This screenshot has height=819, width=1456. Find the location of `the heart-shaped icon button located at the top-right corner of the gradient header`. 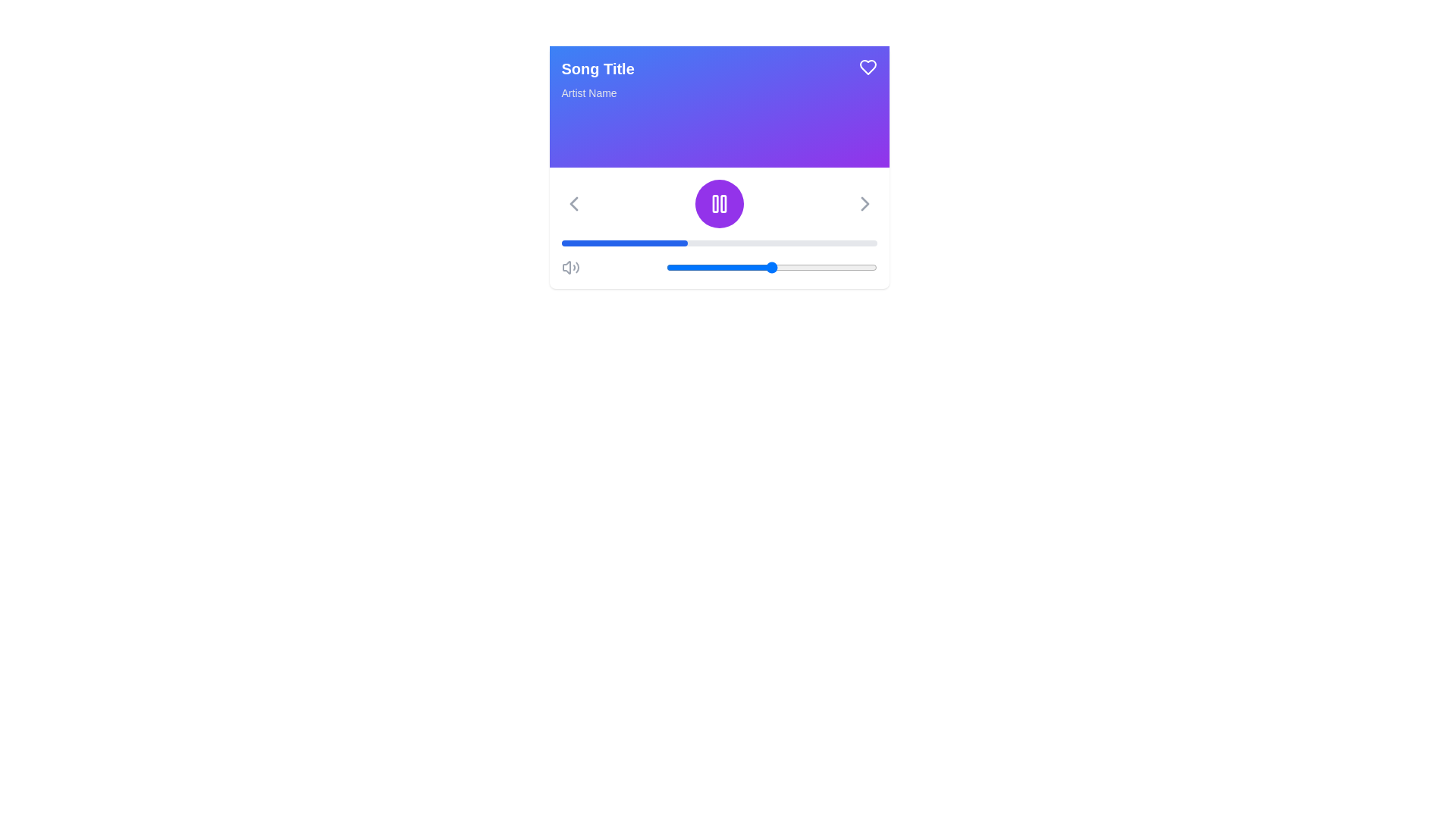

the heart-shaped icon button located at the top-right corner of the gradient header is located at coordinates (868, 66).